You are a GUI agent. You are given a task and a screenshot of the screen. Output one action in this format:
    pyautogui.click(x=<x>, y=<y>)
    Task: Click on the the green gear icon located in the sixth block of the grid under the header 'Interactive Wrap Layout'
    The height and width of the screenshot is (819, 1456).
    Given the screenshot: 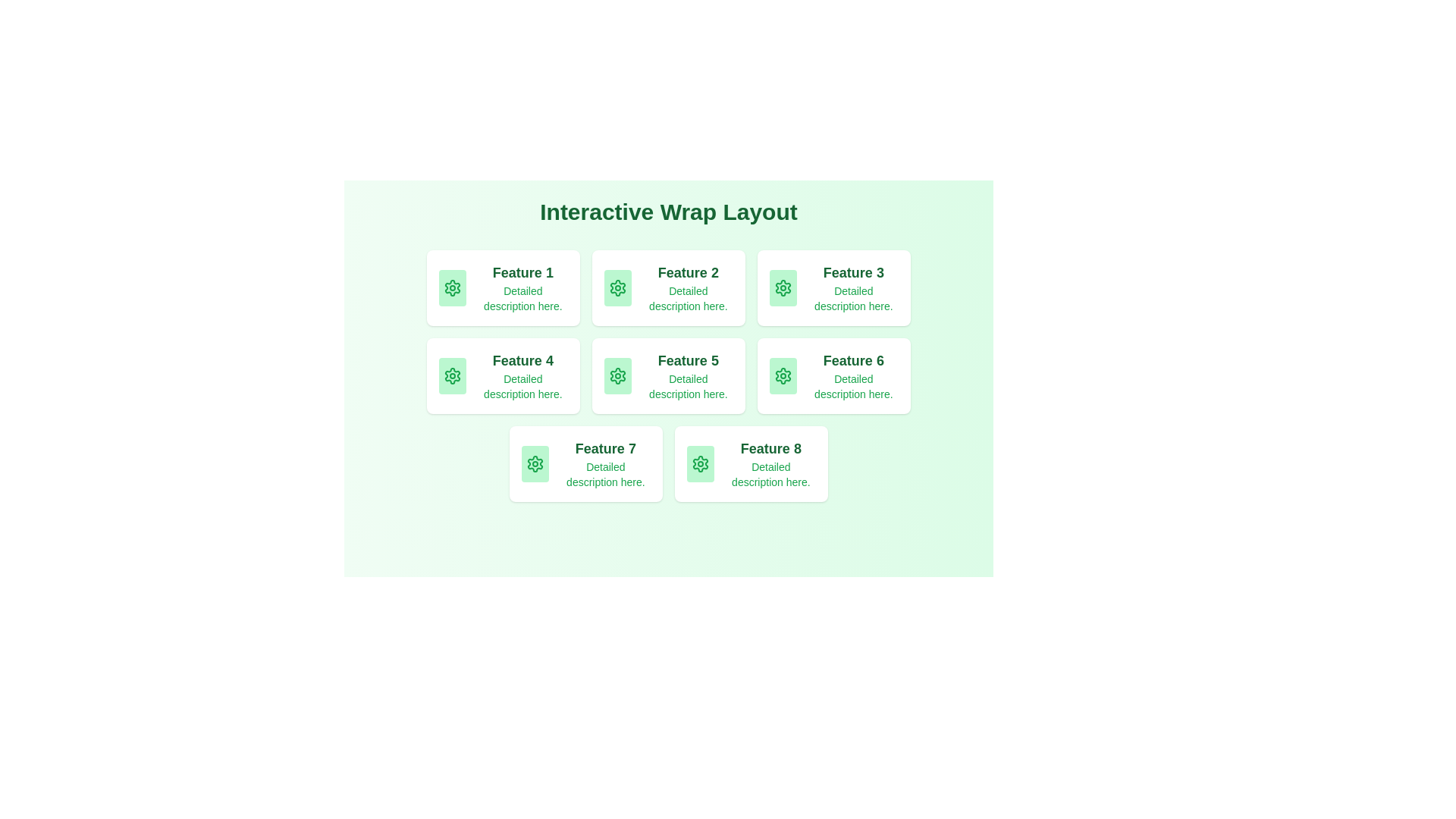 What is the action you would take?
    pyautogui.click(x=783, y=375)
    